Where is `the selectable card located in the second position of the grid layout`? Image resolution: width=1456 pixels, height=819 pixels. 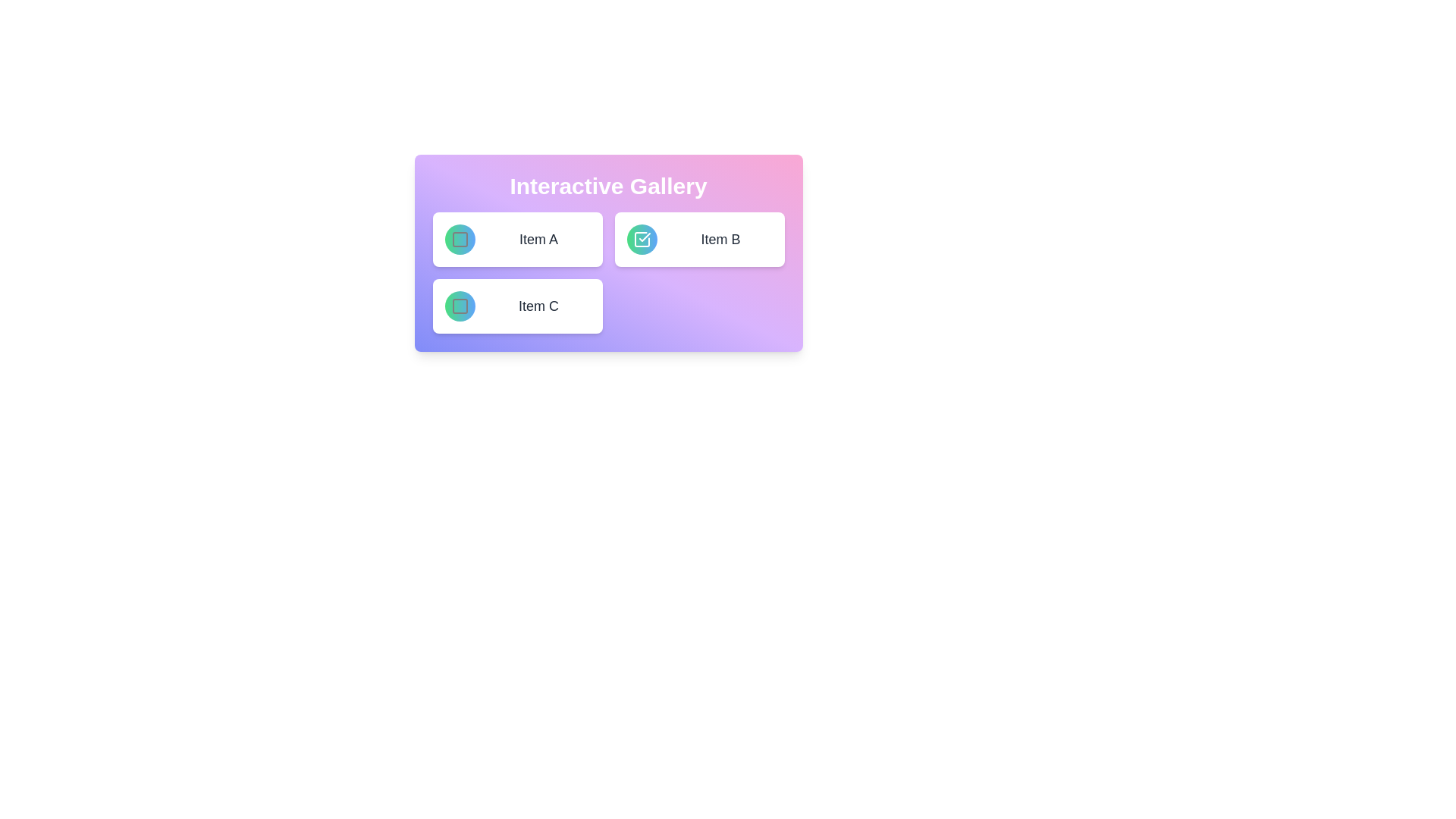
the selectable card located in the second position of the grid layout is located at coordinates (698, 239).